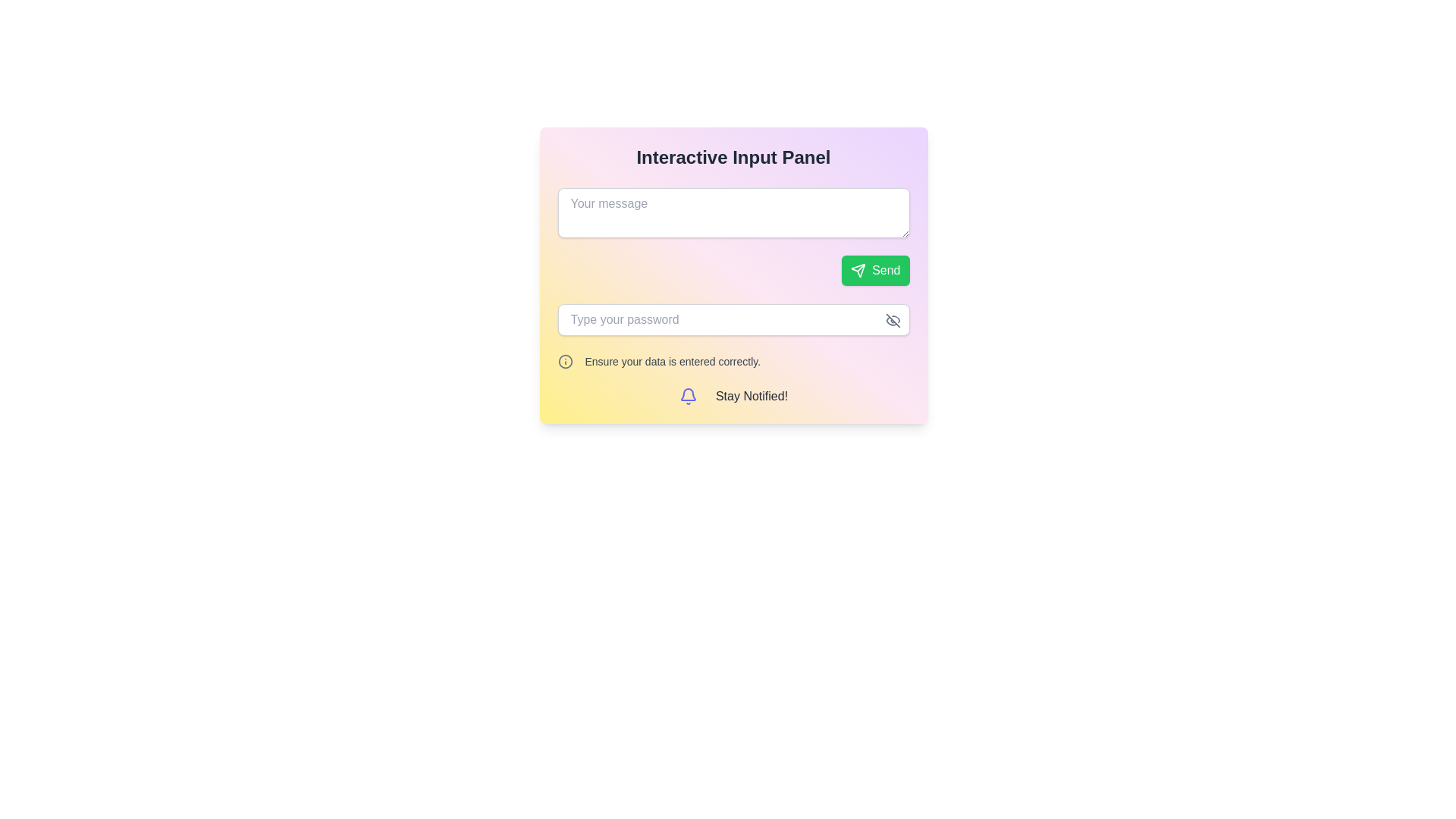  What do you see at coordinates (733, 318) in the screenshot?
I see `to focus the Password input field located below the 'Your message' field and the 'Send' button in the 'Interactive Input Panel'` at bounding box center [733, 318].